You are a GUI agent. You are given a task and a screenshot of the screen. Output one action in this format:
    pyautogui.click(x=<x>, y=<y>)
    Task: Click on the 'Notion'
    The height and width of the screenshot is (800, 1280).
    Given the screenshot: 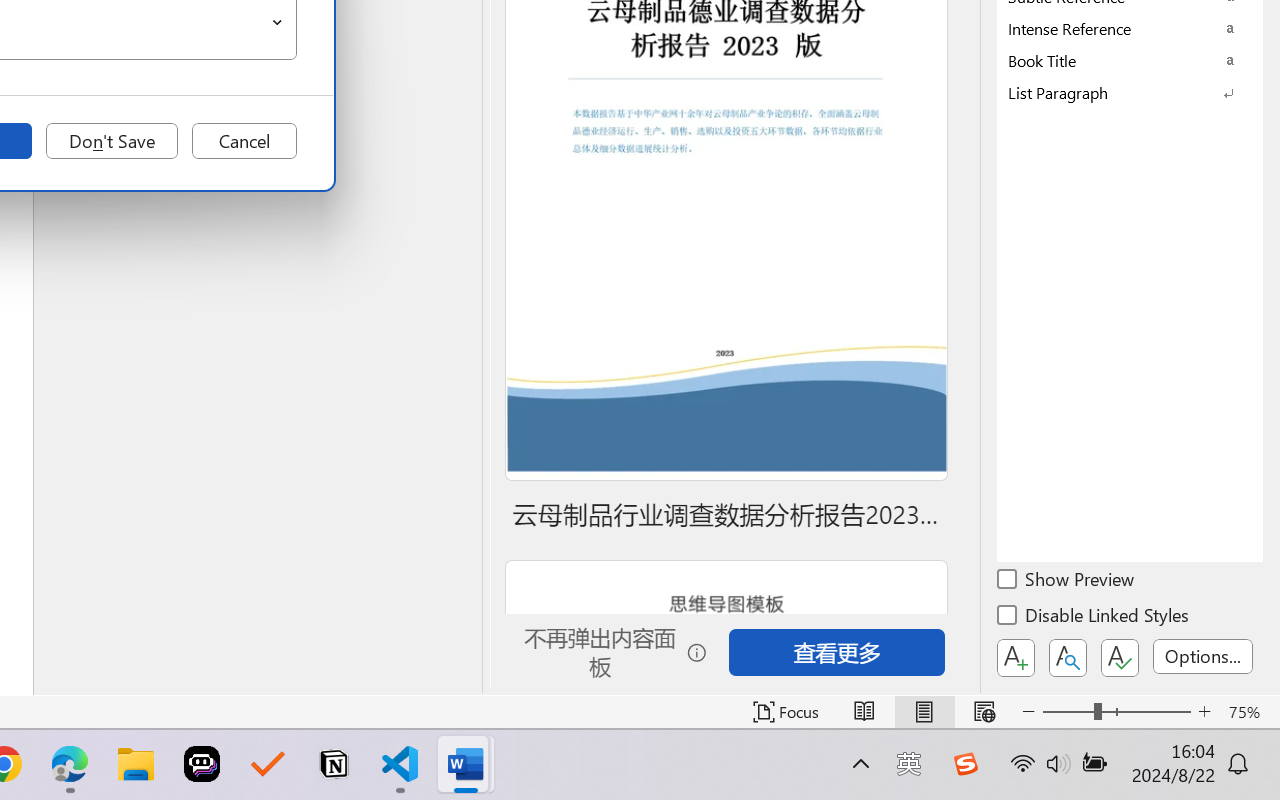 What is the action you would take?
    pyautogui.click(x=334, y=764)
    